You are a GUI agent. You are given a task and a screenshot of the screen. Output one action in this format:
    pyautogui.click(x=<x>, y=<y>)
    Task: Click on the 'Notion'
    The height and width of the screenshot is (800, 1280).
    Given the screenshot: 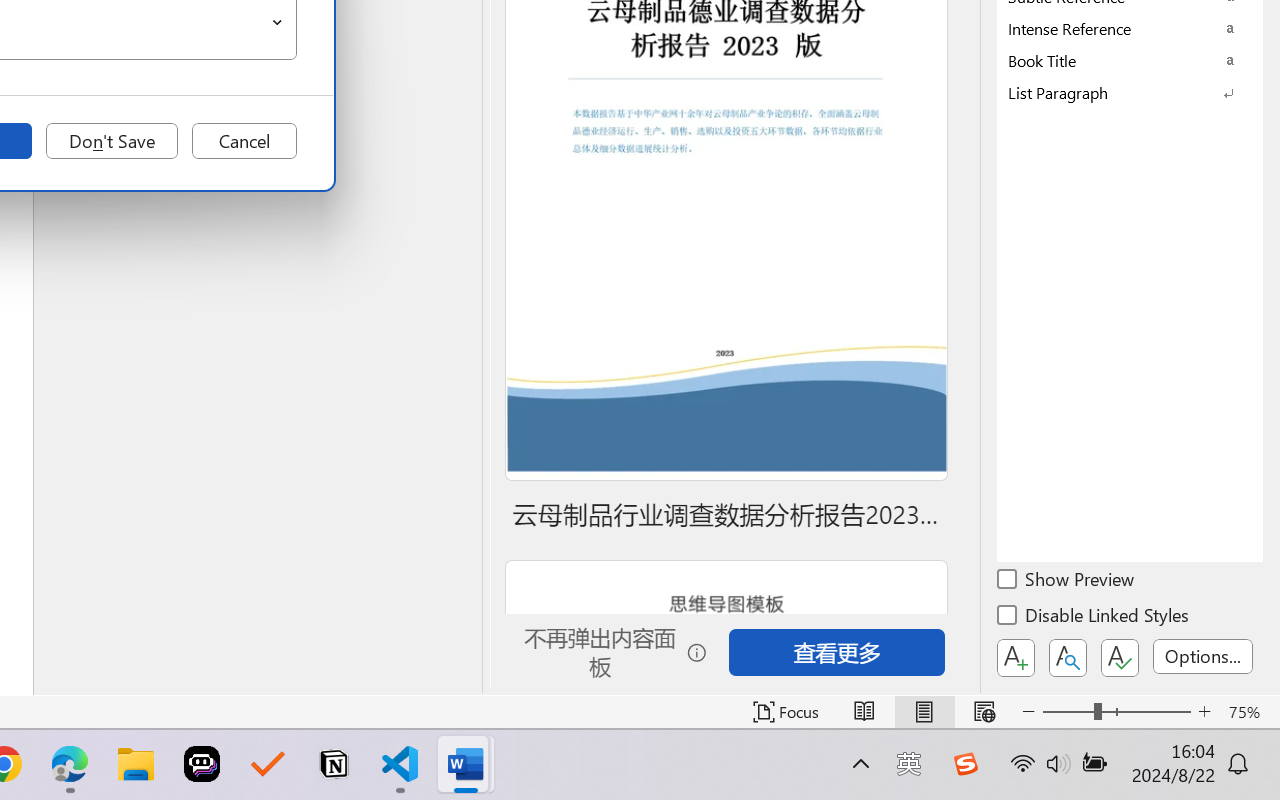 What is the action you would take?
    pyautogui.click(x=334, y=764)
    